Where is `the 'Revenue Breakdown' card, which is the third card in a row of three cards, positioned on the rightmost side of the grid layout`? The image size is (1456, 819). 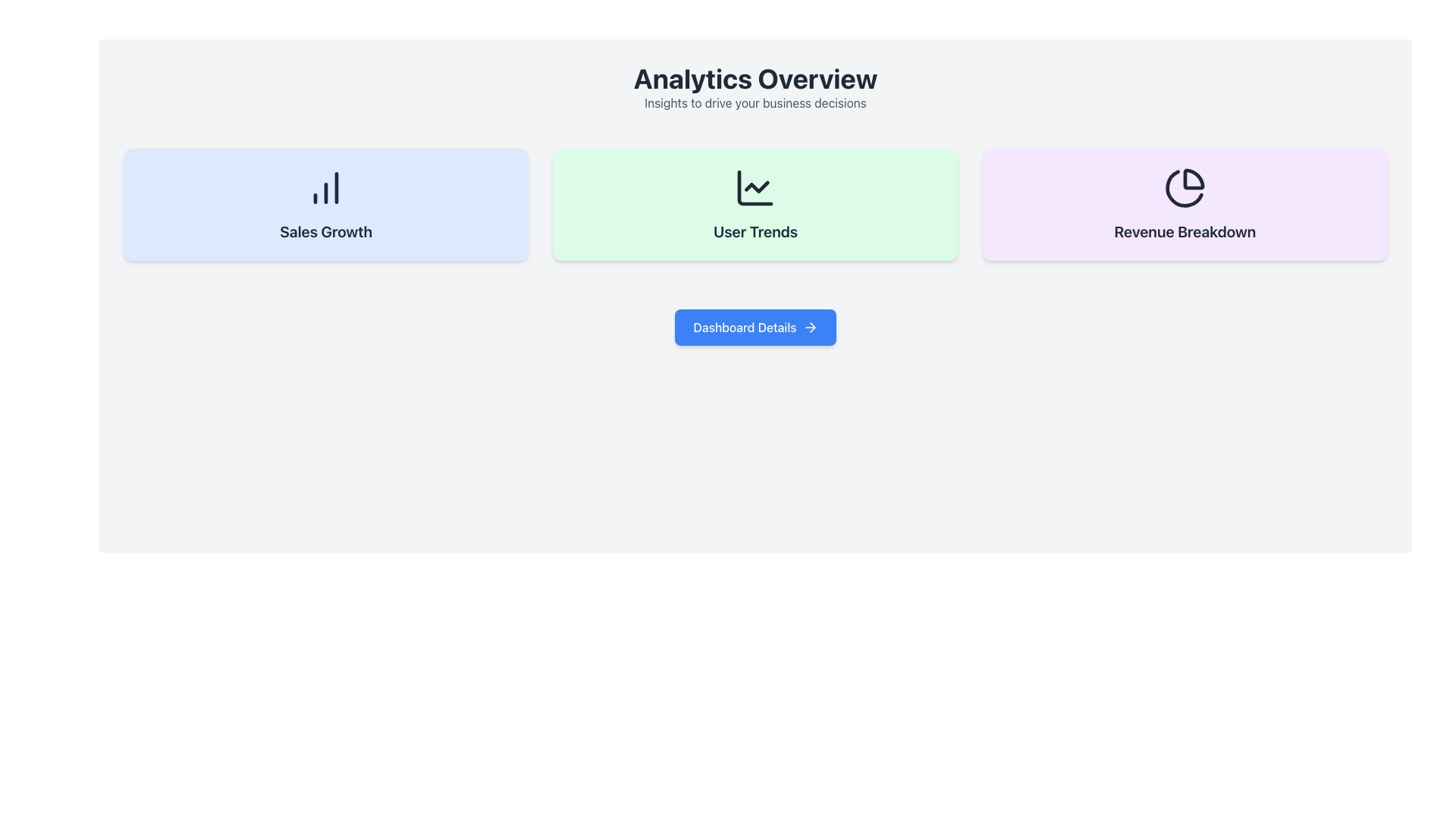
the 'Revenue Breakdown' card, which is the third card in a row of three cards, positioned on the rightmost side of the grid layout is located at coordinates (1184, 205).